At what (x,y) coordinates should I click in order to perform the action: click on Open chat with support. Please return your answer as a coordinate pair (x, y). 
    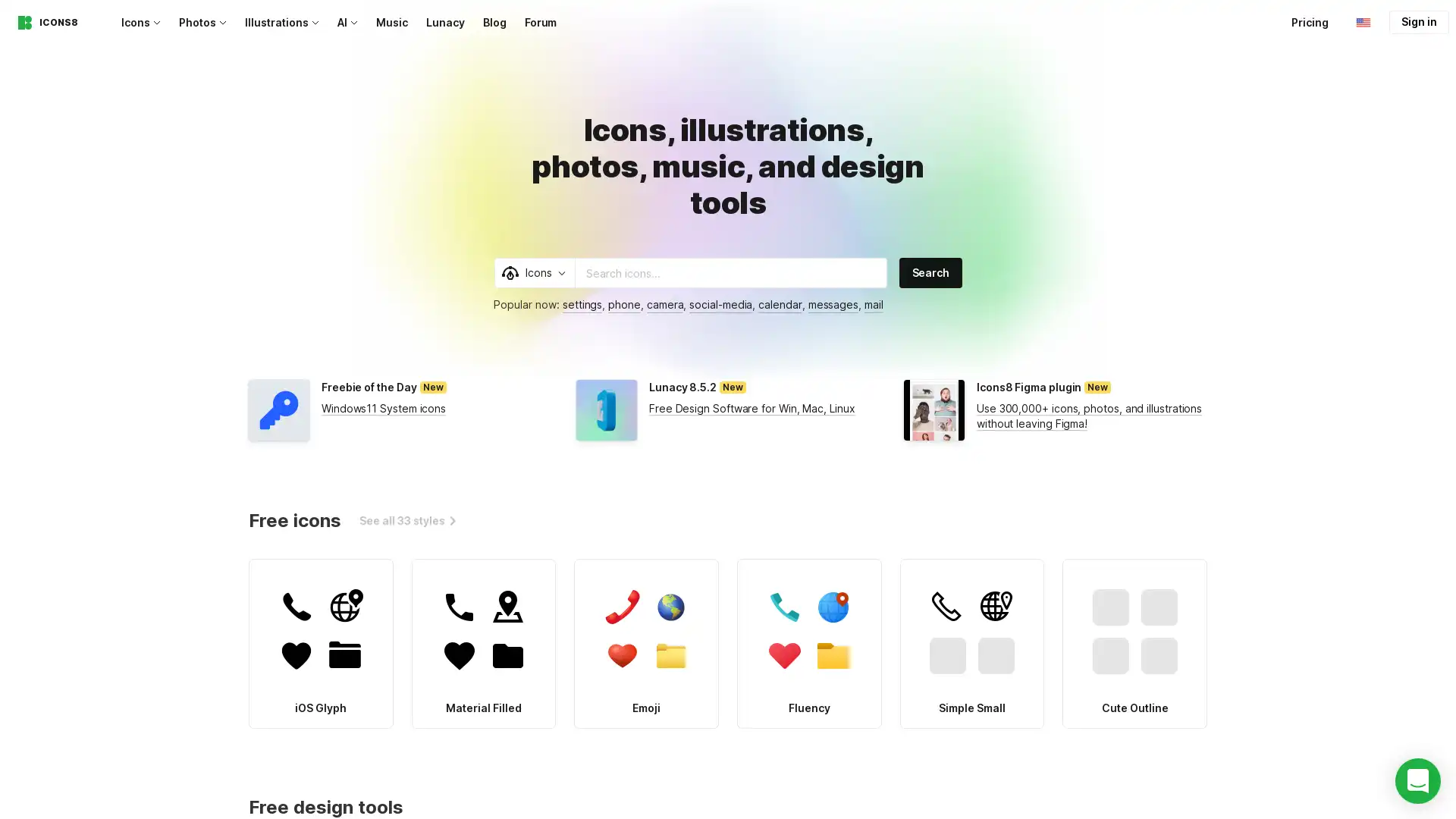
    Looking at the image, I should click on (1417, 780).